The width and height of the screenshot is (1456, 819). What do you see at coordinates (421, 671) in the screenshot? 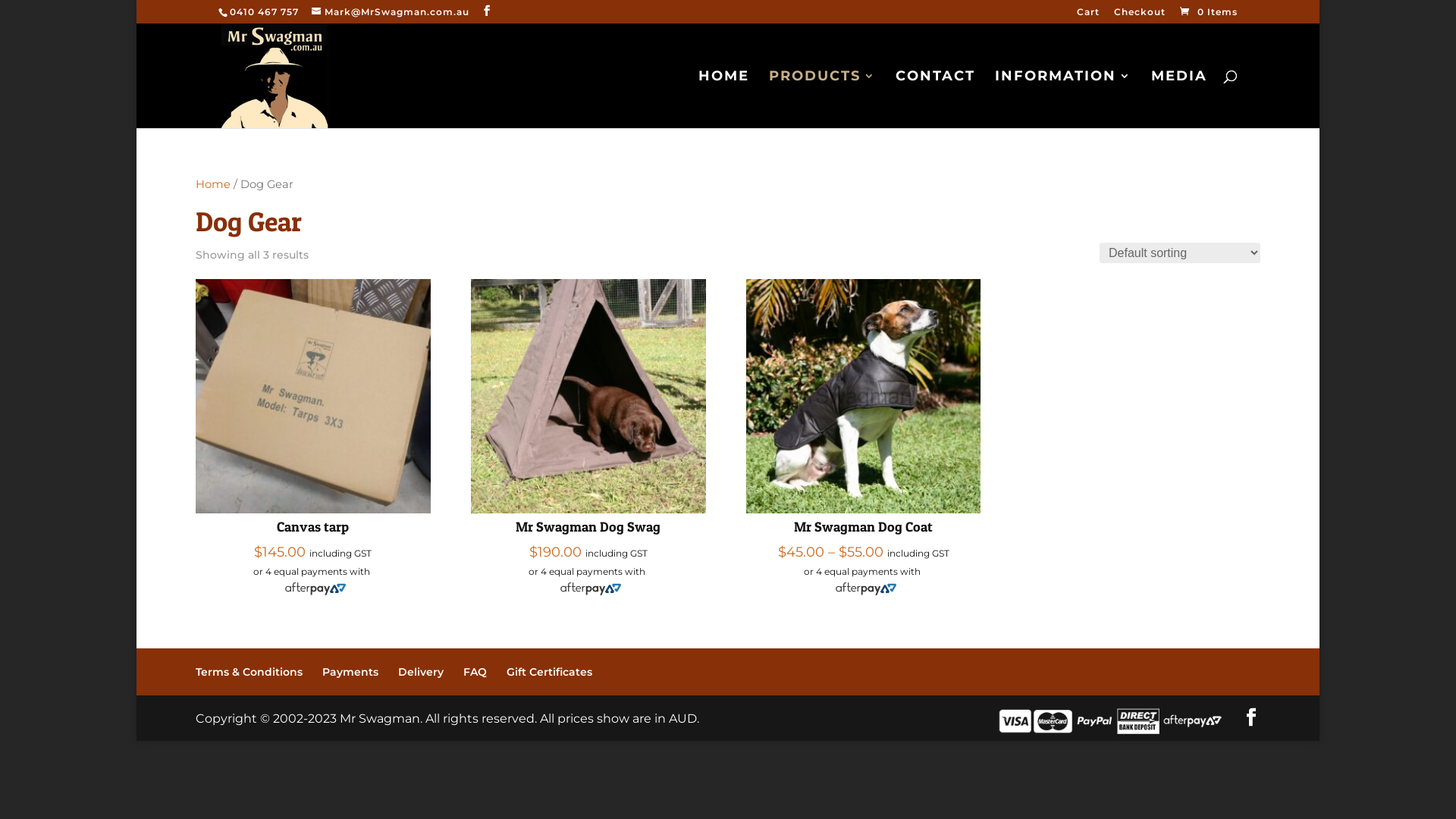
I see `'Delivery'` at bounding box center [421, 671].